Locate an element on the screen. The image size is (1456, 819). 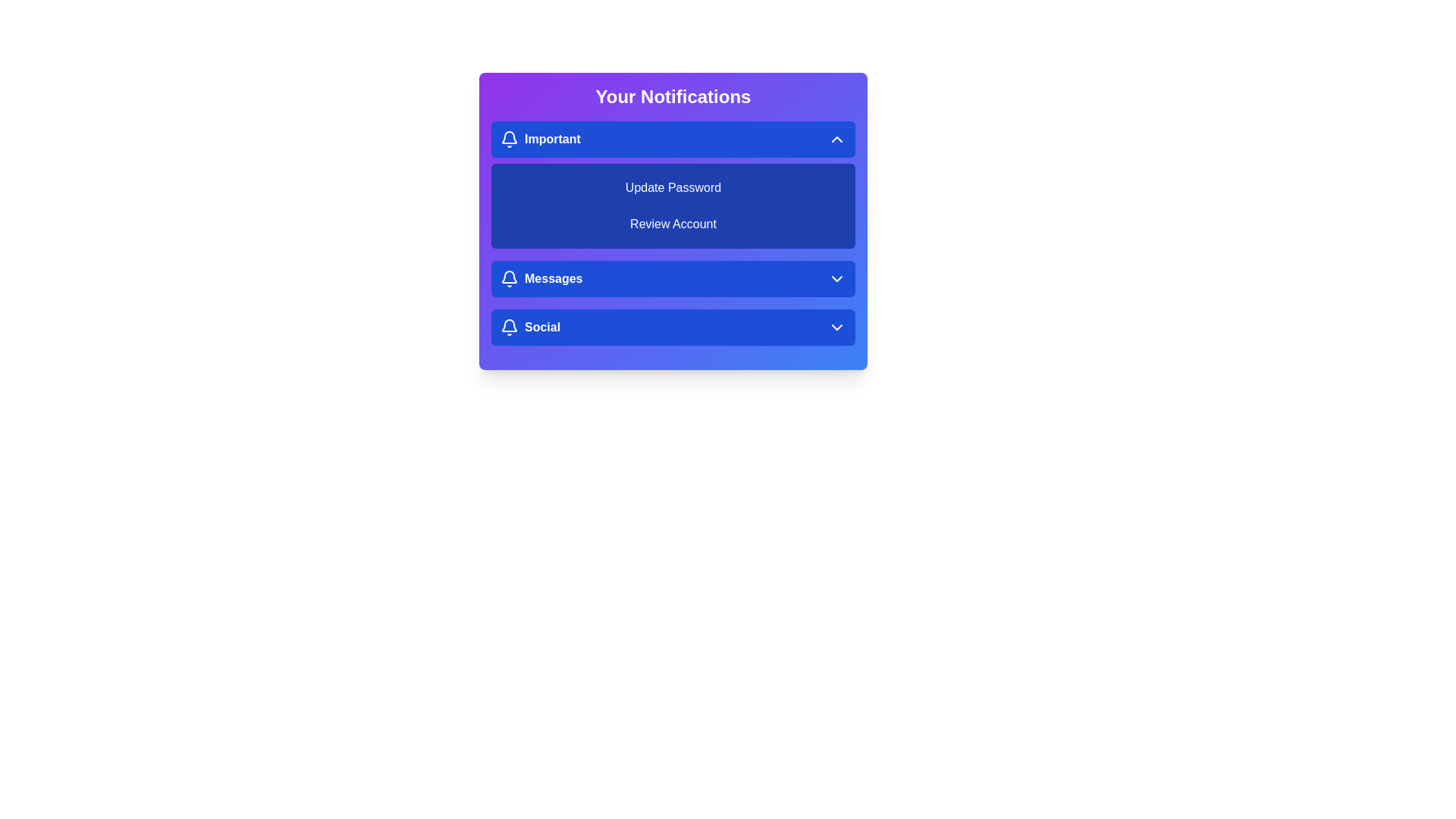
the notification category Social to preview its details is located at coordinates (673, 327).